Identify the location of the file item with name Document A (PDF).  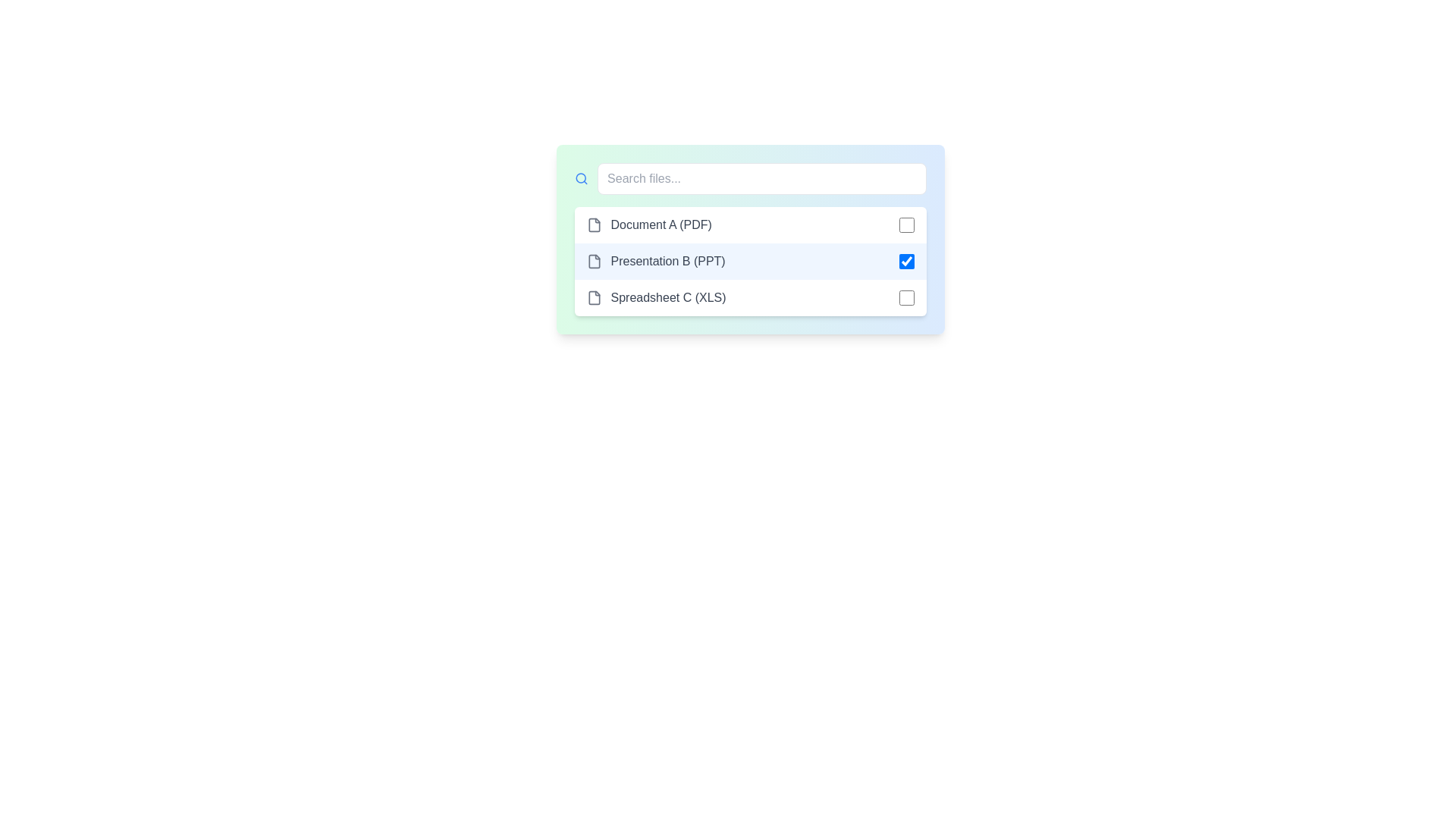
(750, 225).